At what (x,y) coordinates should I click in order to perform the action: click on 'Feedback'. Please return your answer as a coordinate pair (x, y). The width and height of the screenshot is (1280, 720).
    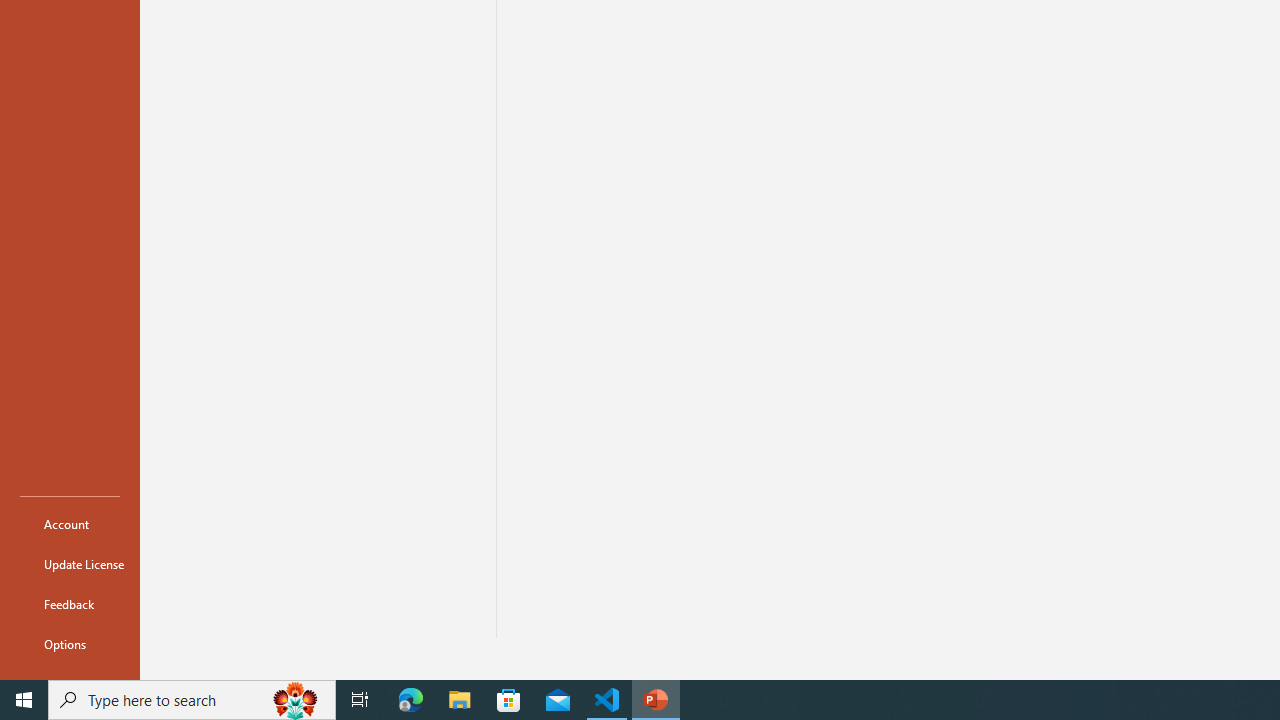
    Looking at the image, I should click on (69, 603).